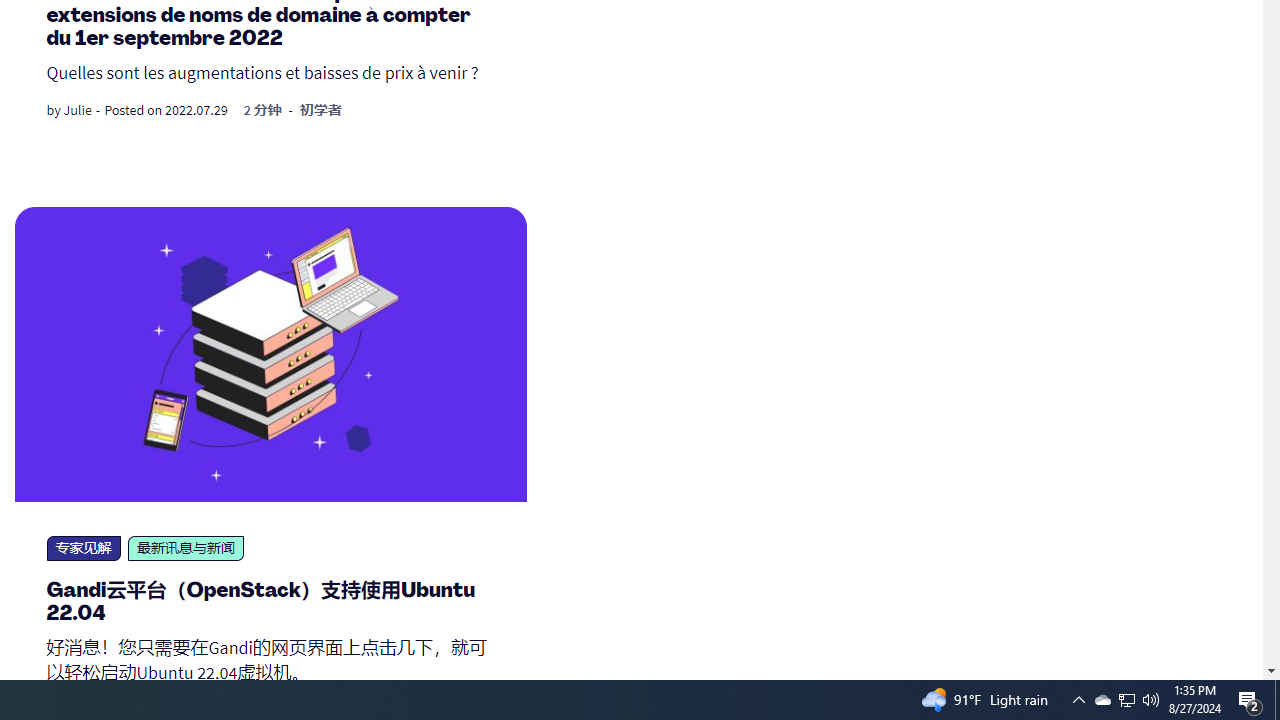 This screenshot has height=720, width=1280. What do you see at coordinates (77, 110) in the screenshot?
I see `'Julie'` at bounding box center [77, 110].